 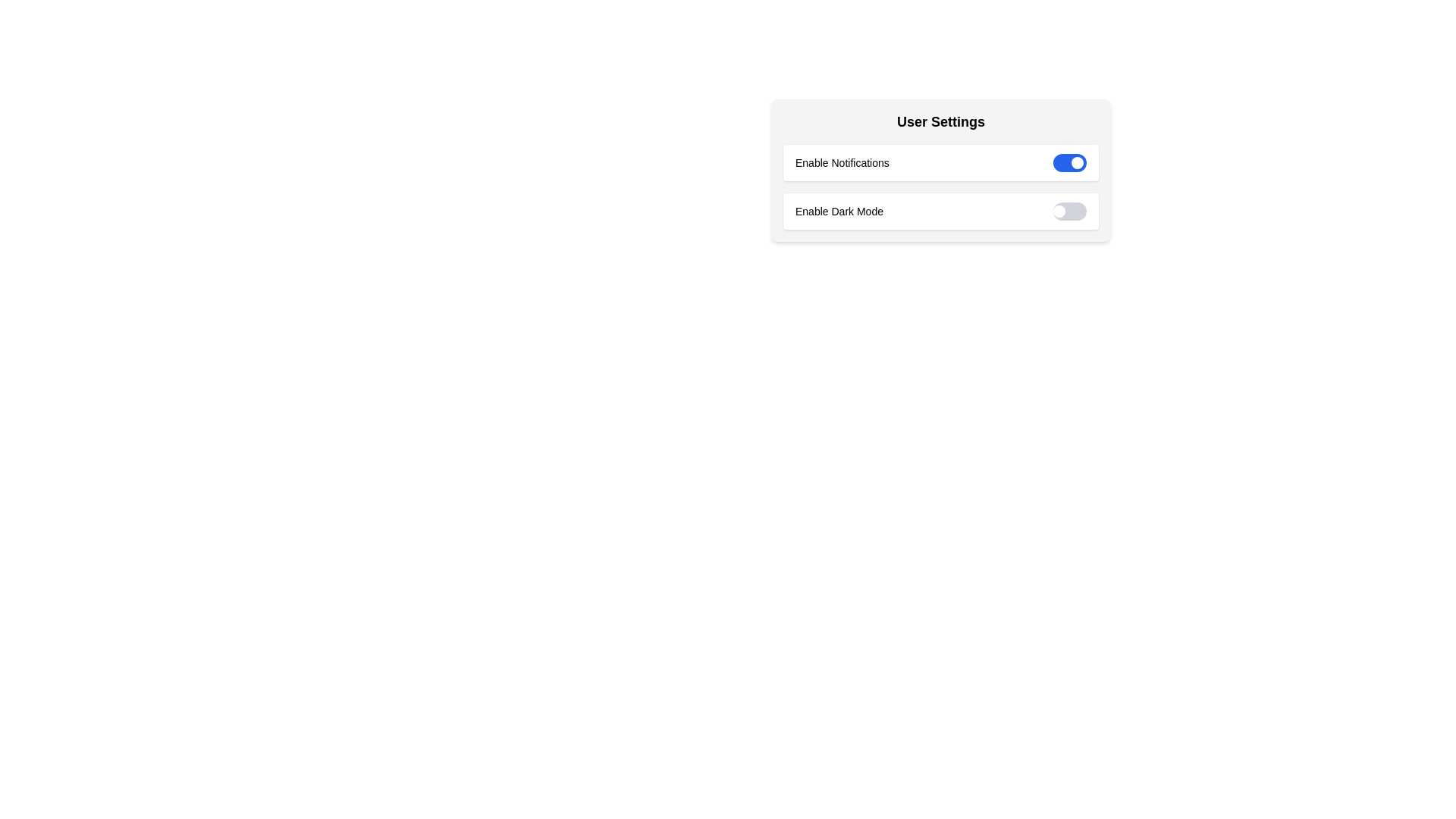 I want to click on the toggle switch styled in a light theme, located on the right side of the 'Enable Dark Mode' label in the 'User Settings' card interface, so click(x=1069, y=211).